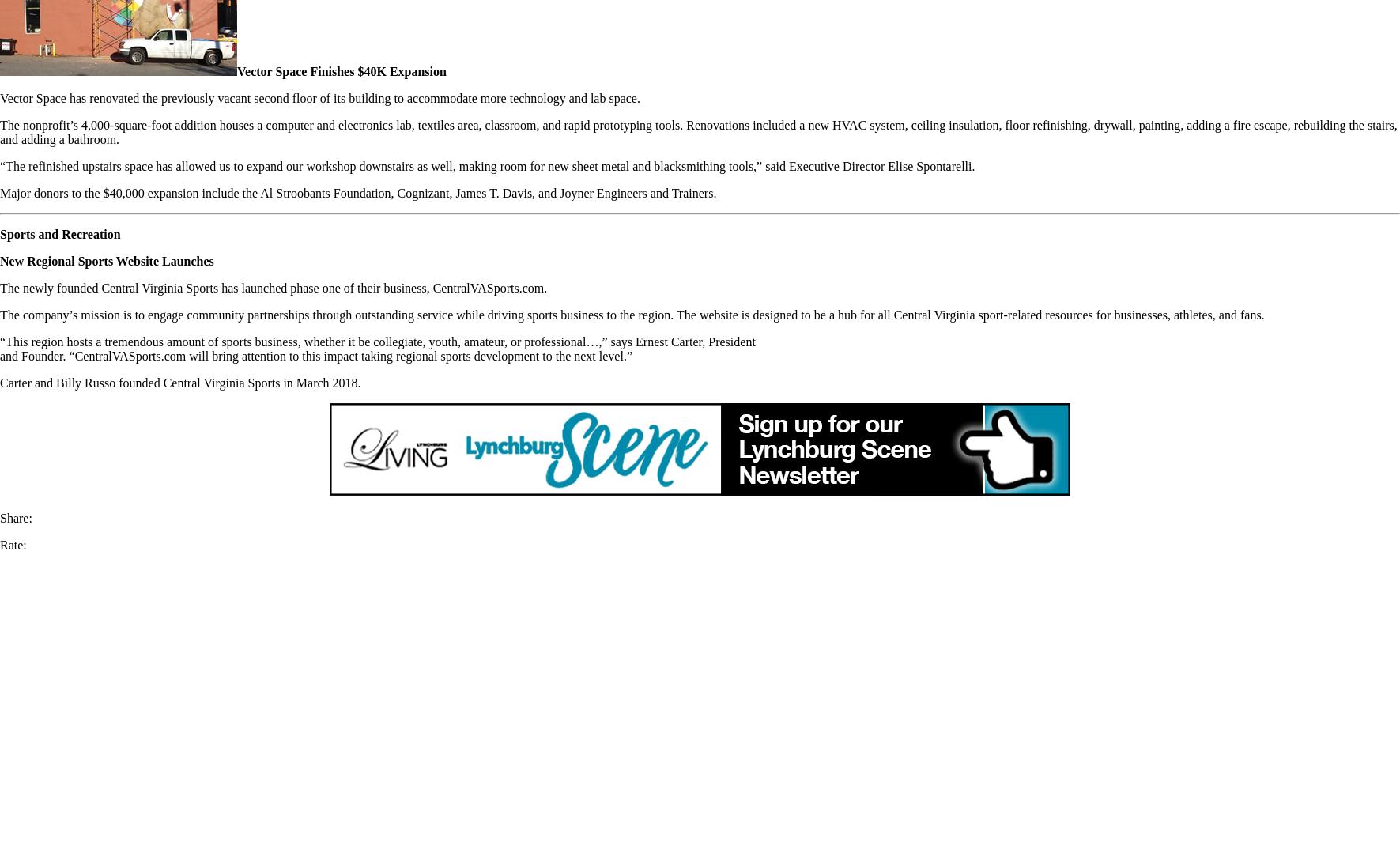 The height and width of the screenshot is (842, 1400). Describe the element at coordinates (179, 382) in the screenshot. I see `'Carter and Billy Russo founded Central Virginia Sports in March 2018.'` at that location.